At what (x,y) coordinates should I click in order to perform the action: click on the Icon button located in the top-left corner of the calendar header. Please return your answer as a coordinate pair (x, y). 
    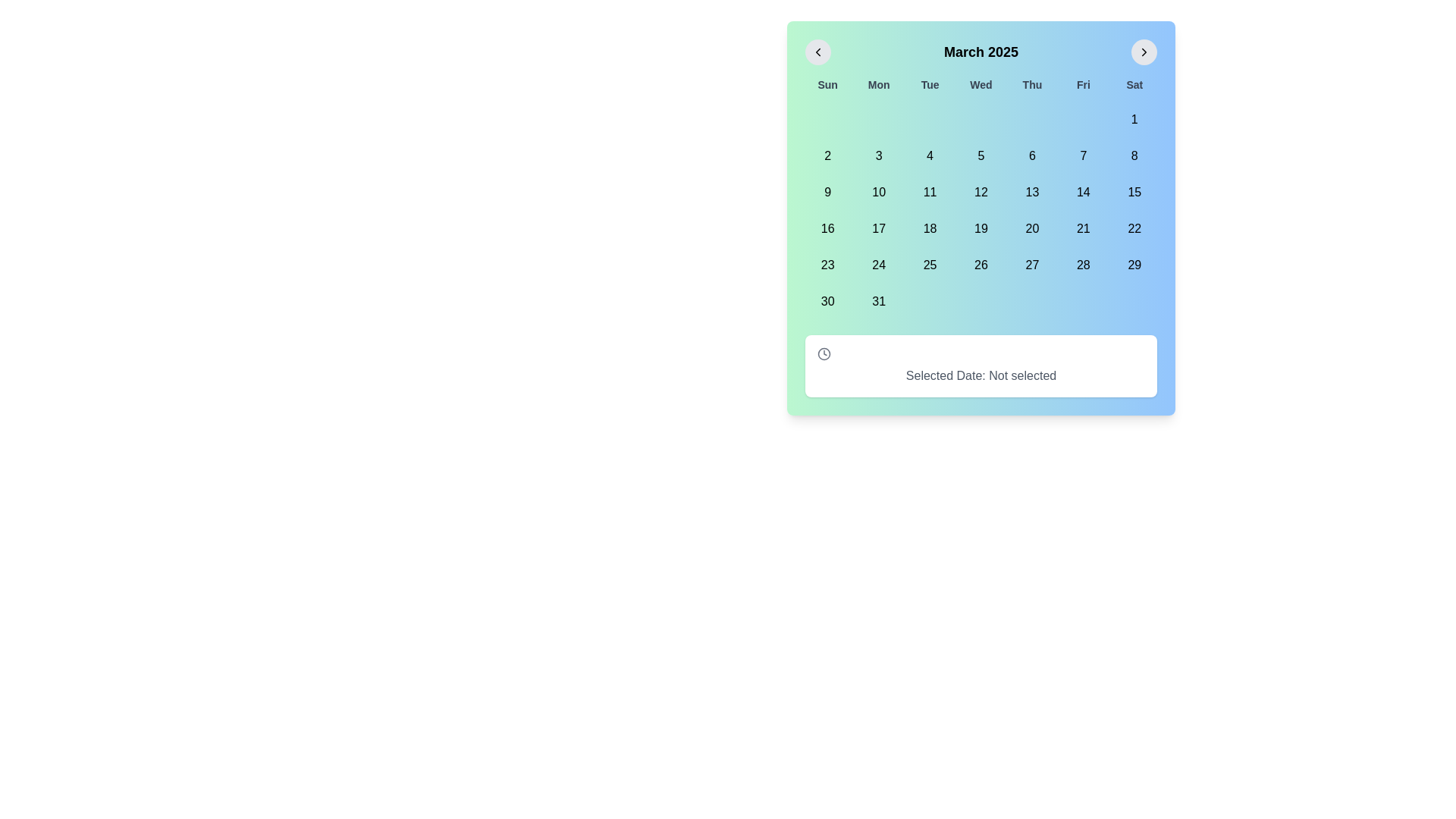
    Looking at the image, I should click on (817, 52).